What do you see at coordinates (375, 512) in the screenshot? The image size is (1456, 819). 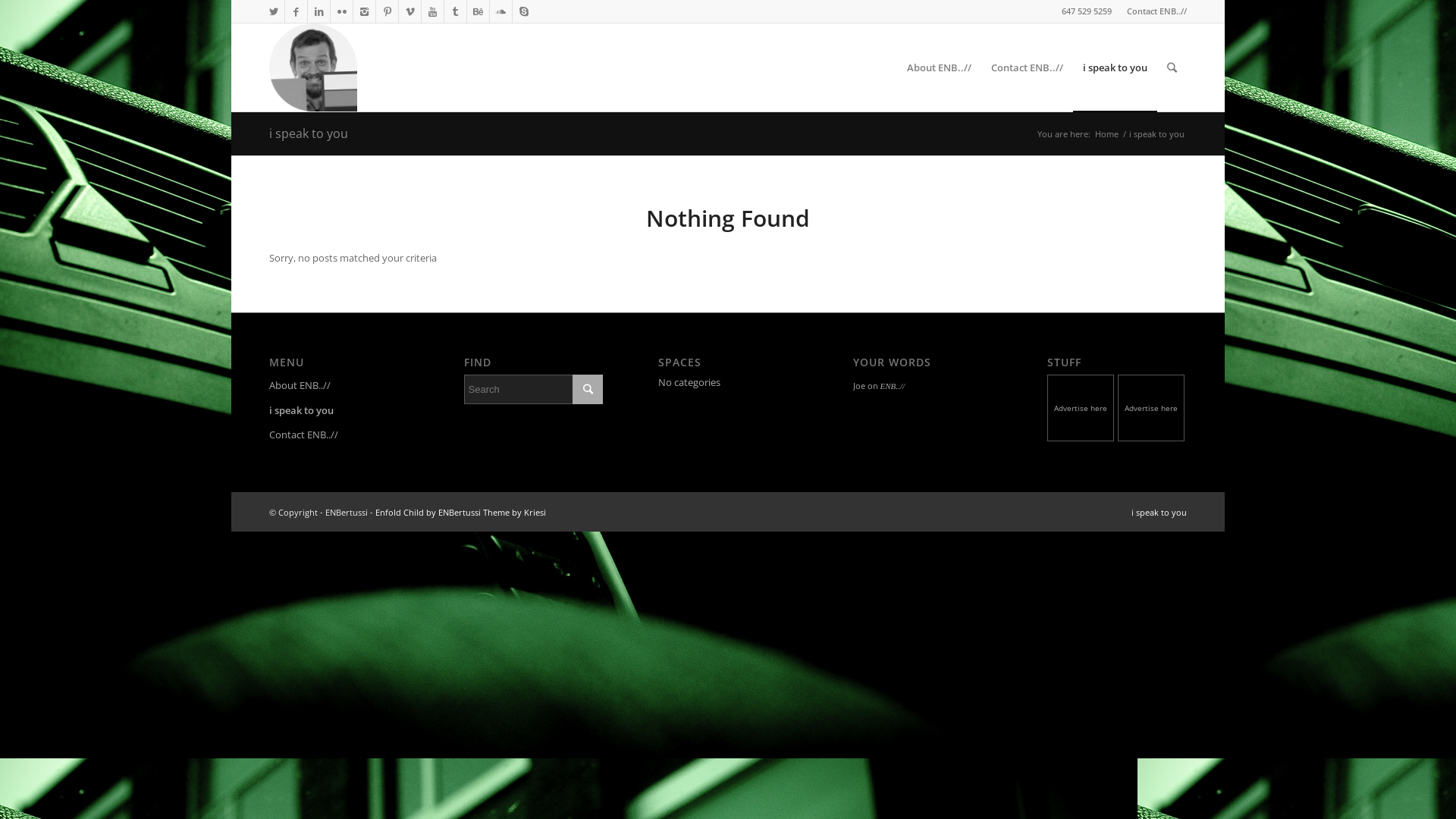 I see `'Enfold Child by ENBertussi Theme by Kriesi'` at bounding box center [375, 512].